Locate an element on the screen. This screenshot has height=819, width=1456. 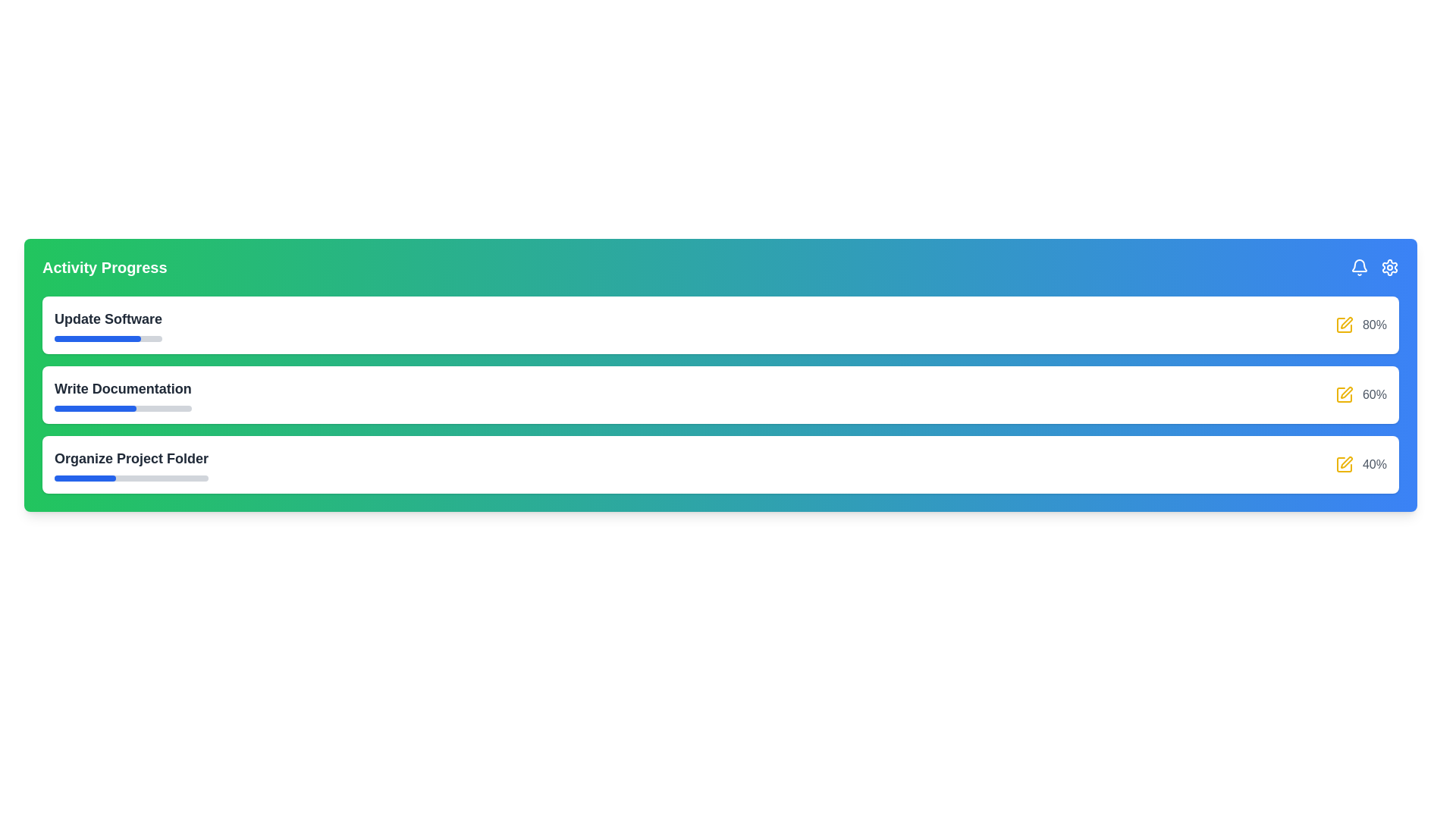
the progress bar below the 'Update Software' label, which features a light gray background with a blue filled segment occupying 80% of its width is located at coordinates (108, 338).